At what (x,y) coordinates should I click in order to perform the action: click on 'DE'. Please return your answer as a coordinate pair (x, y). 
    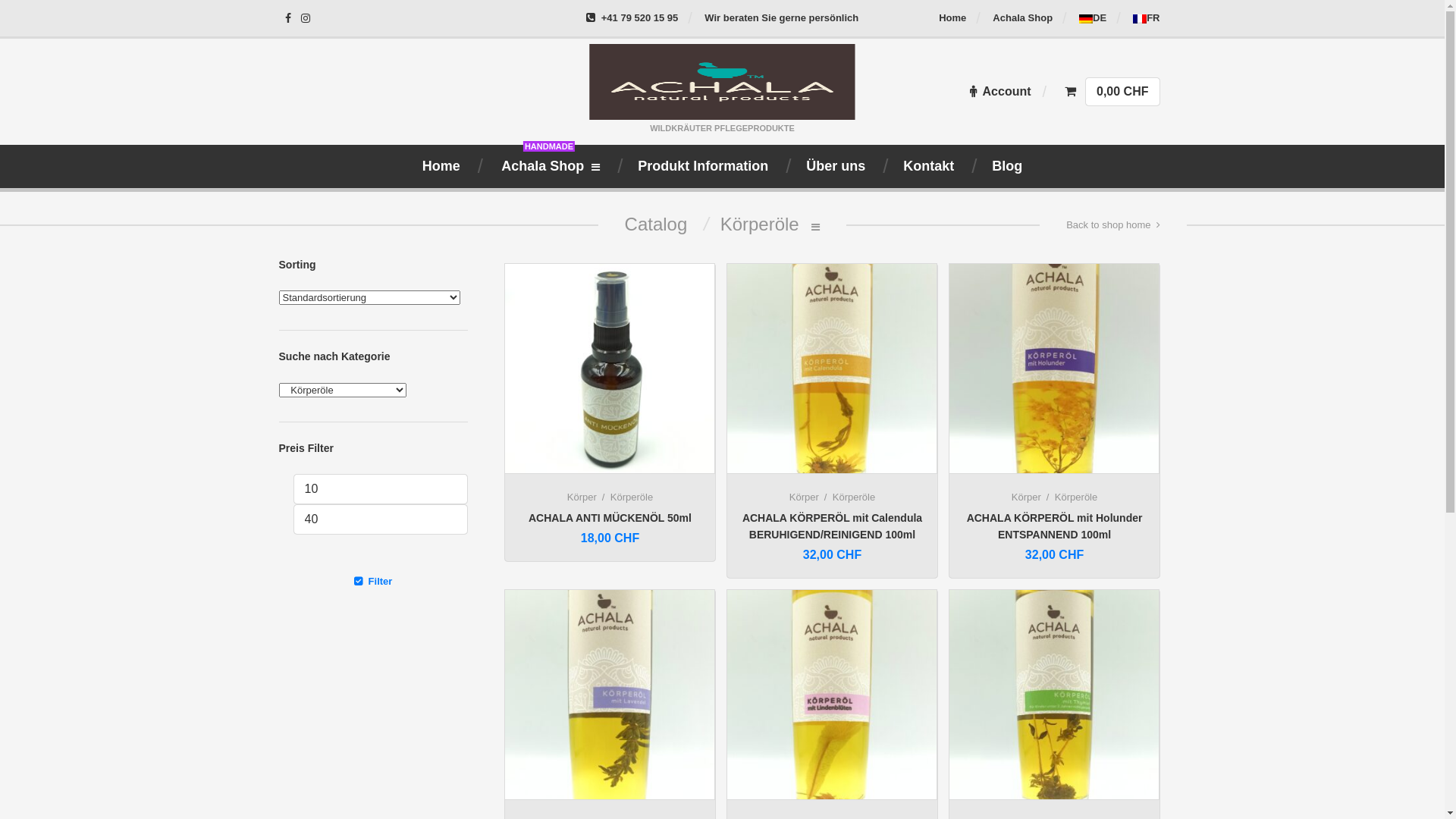
    Looking at the image, I should click on (1092, 17).